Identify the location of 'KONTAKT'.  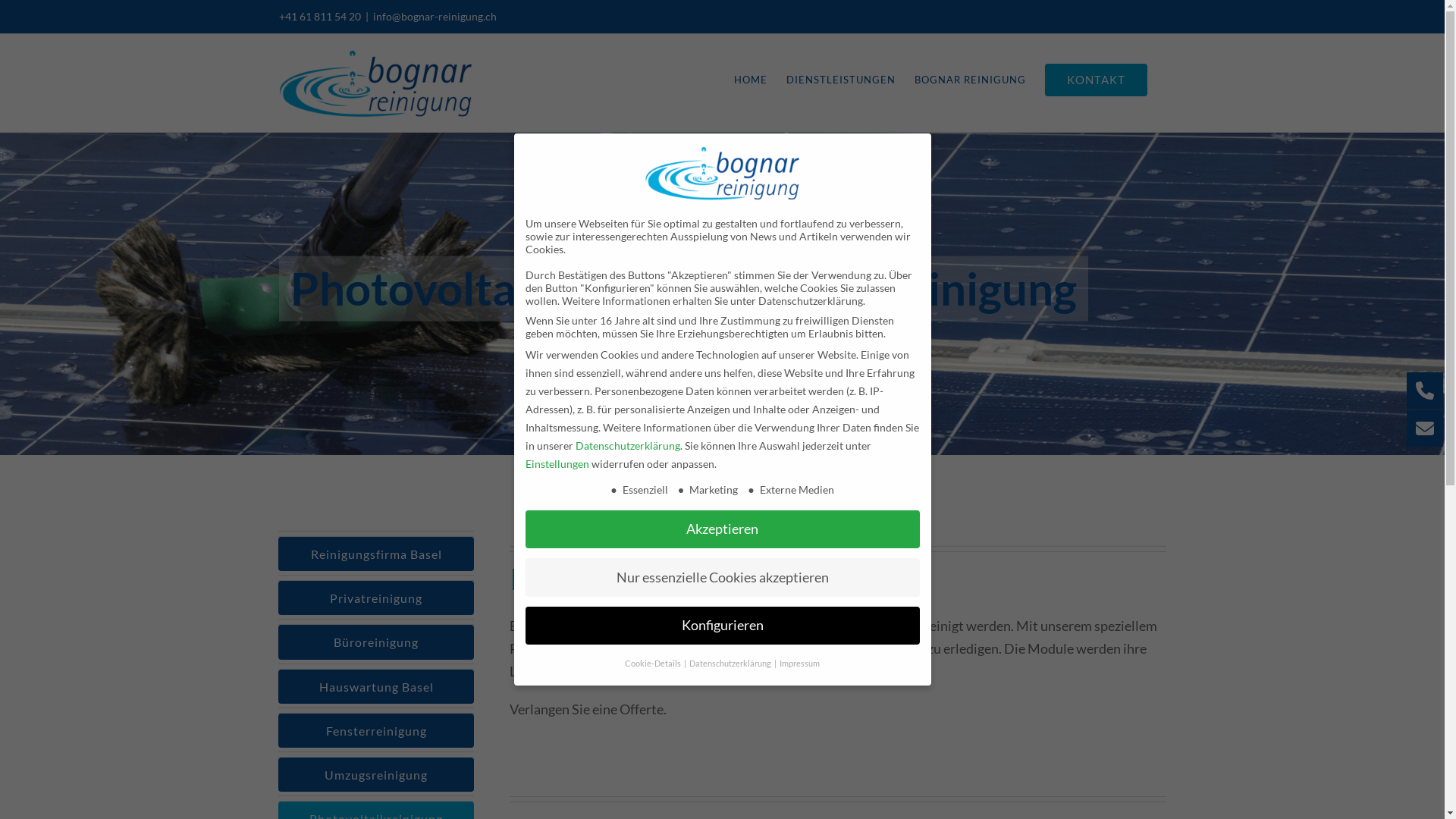
(1043, 79).